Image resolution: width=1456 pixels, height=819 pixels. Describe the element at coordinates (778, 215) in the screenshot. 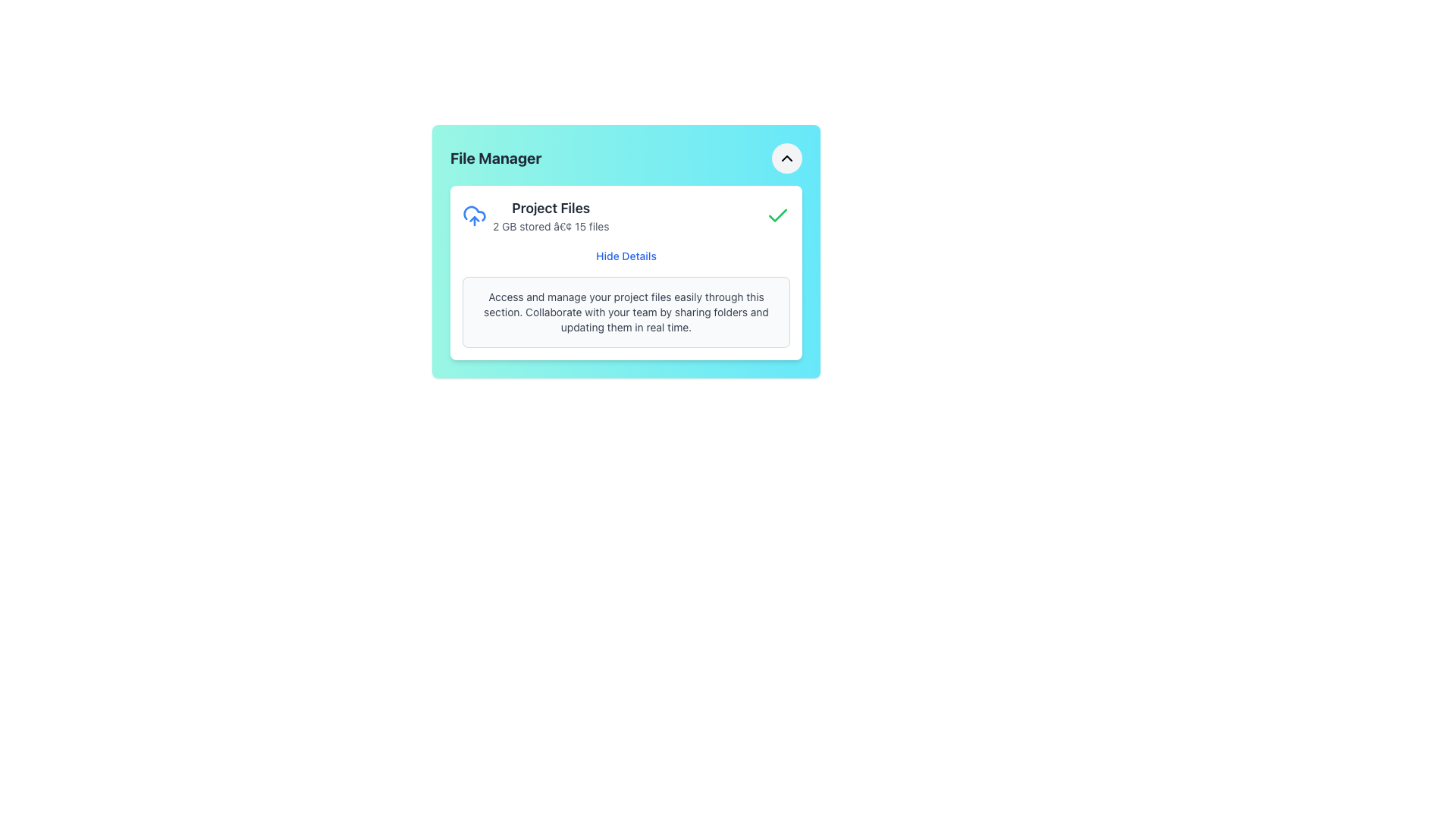

I see `the SVG checkmark icon indicating successful state, located to the right of the 'Project Files' label in the 'File Manager' section` at that location.